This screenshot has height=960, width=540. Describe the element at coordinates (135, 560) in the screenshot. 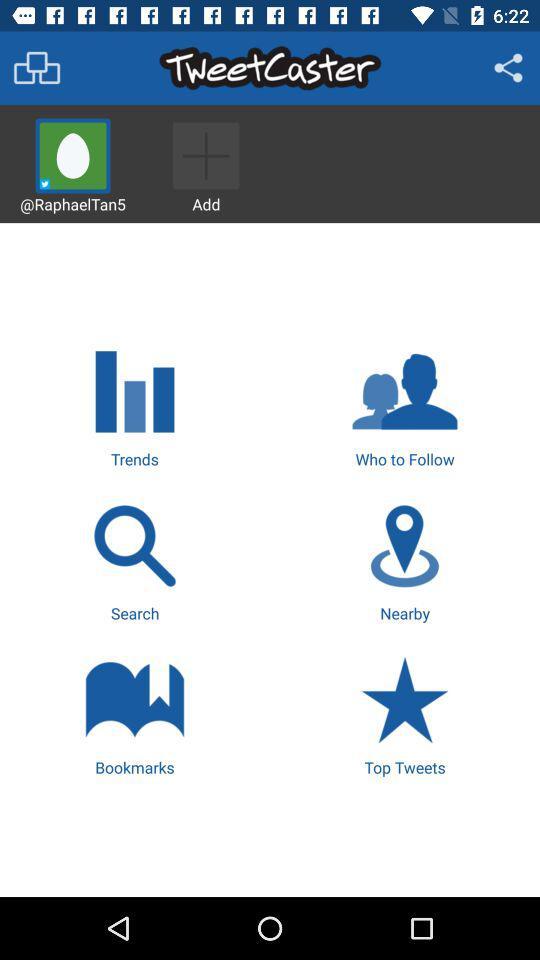

I see `item below trends` at that location.